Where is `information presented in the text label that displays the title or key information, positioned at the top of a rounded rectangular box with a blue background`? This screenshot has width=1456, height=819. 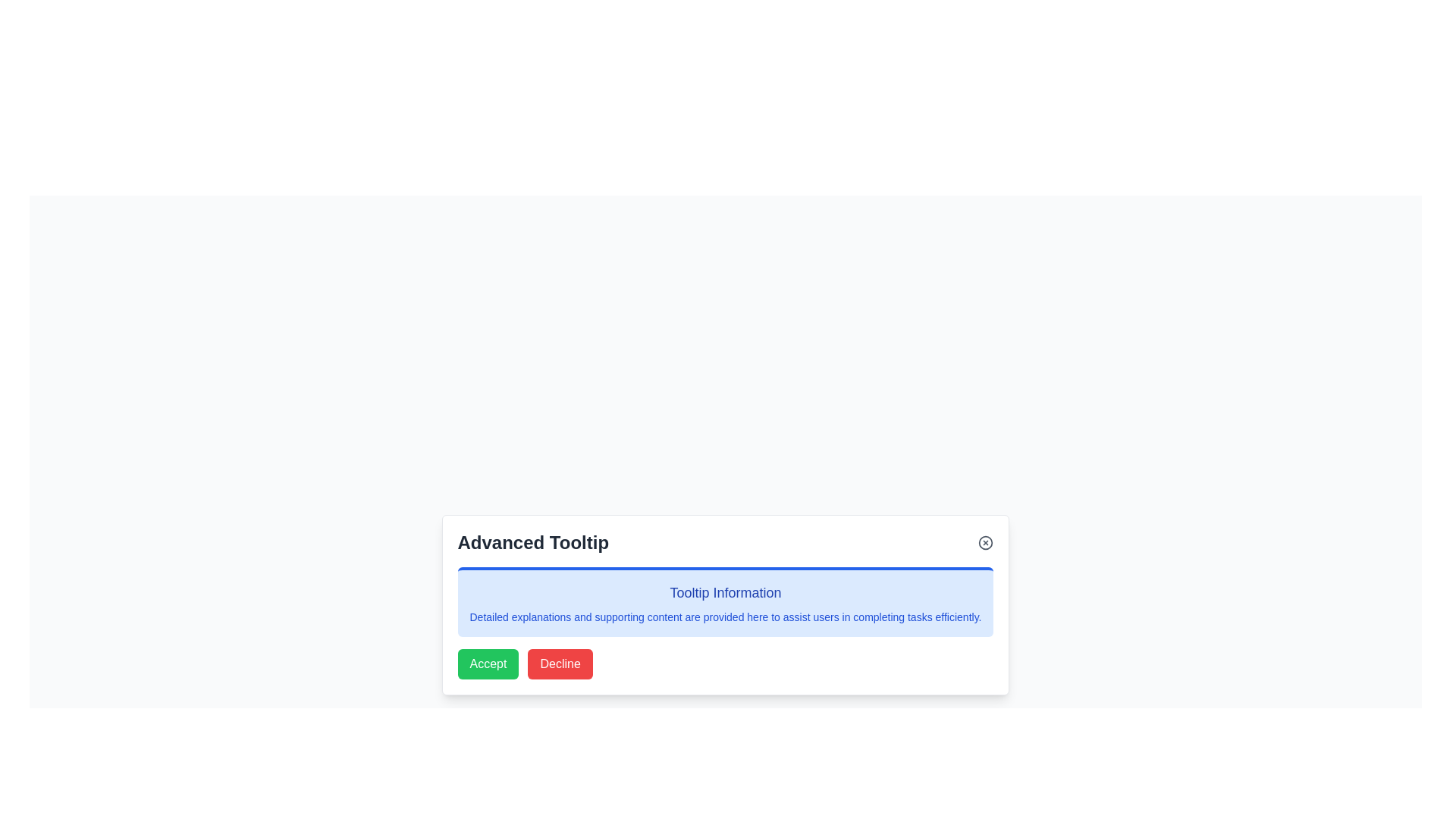
information presented in the text label that displays the title or key information, positioned at the top of a rounded rectangular box with a blue background is located at coordinates (724, 592).